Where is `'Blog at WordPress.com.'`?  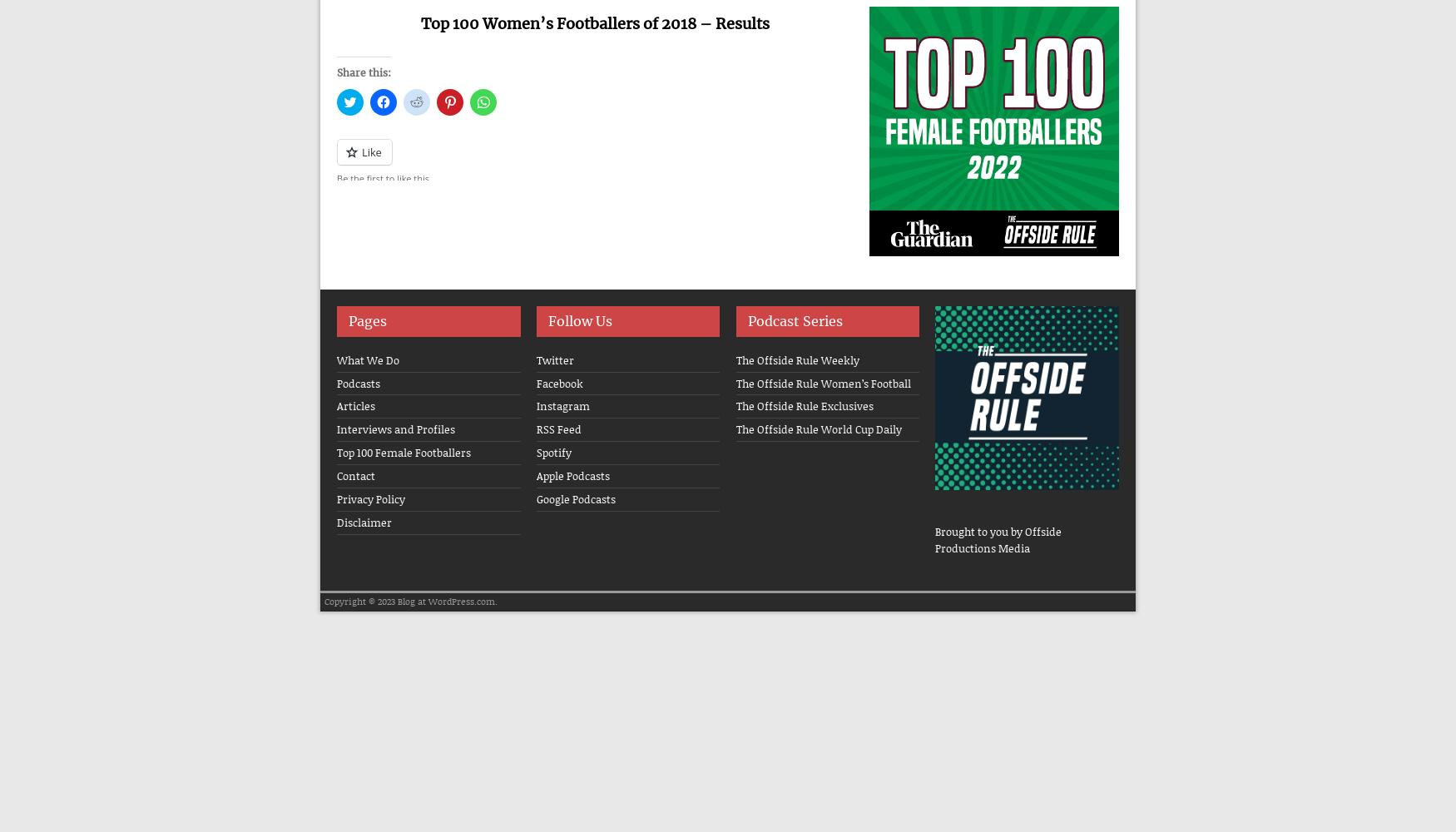
'Blog at WordPress.com.' is located at coordinates (446, 601).